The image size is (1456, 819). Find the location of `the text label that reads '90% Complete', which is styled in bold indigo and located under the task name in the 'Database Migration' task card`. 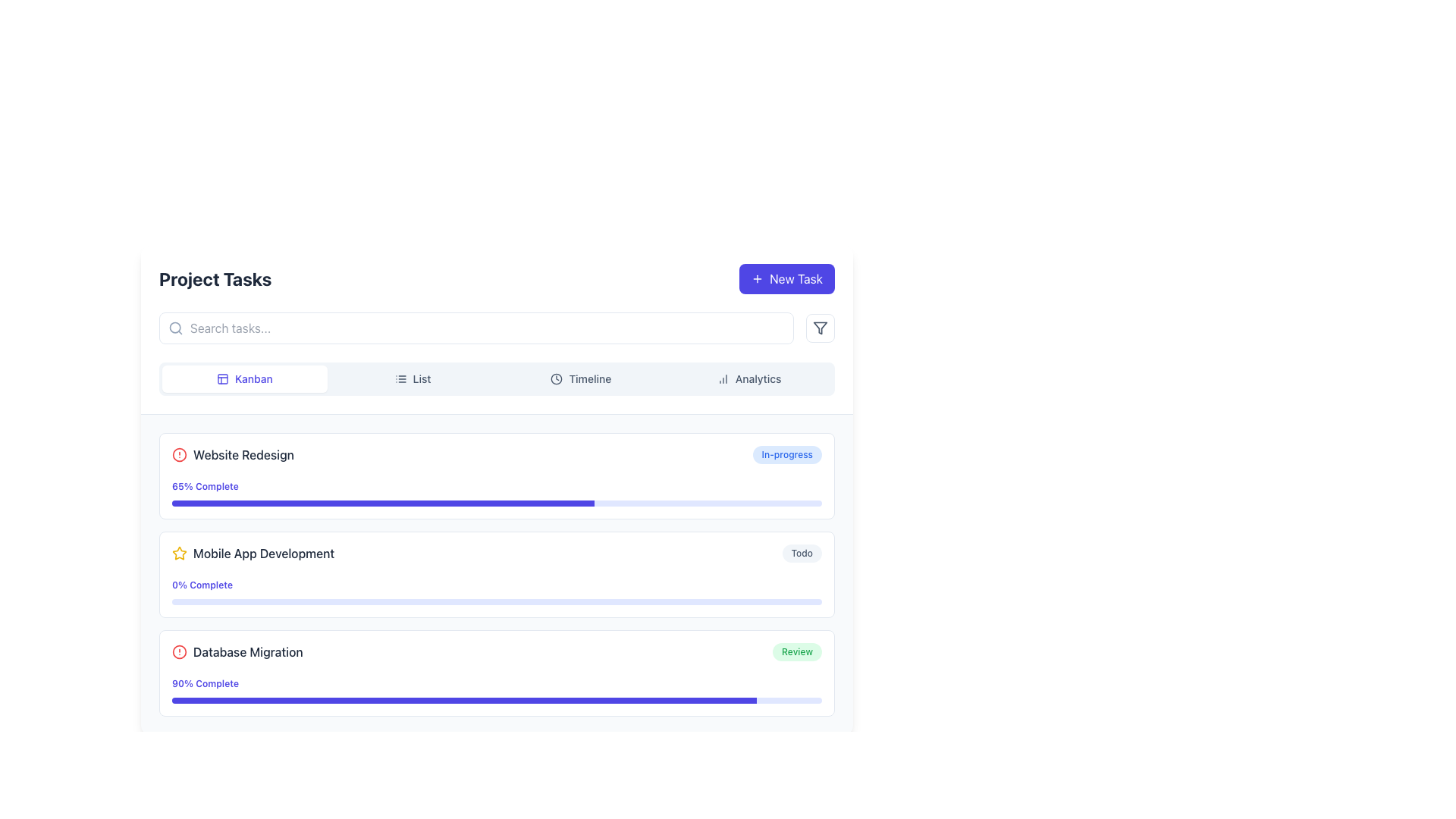

the text label that reads '90% Complete', which is styled in bold indigo and located under the task name in the 'Database Migration' task card is located at coordinates (205, 681).